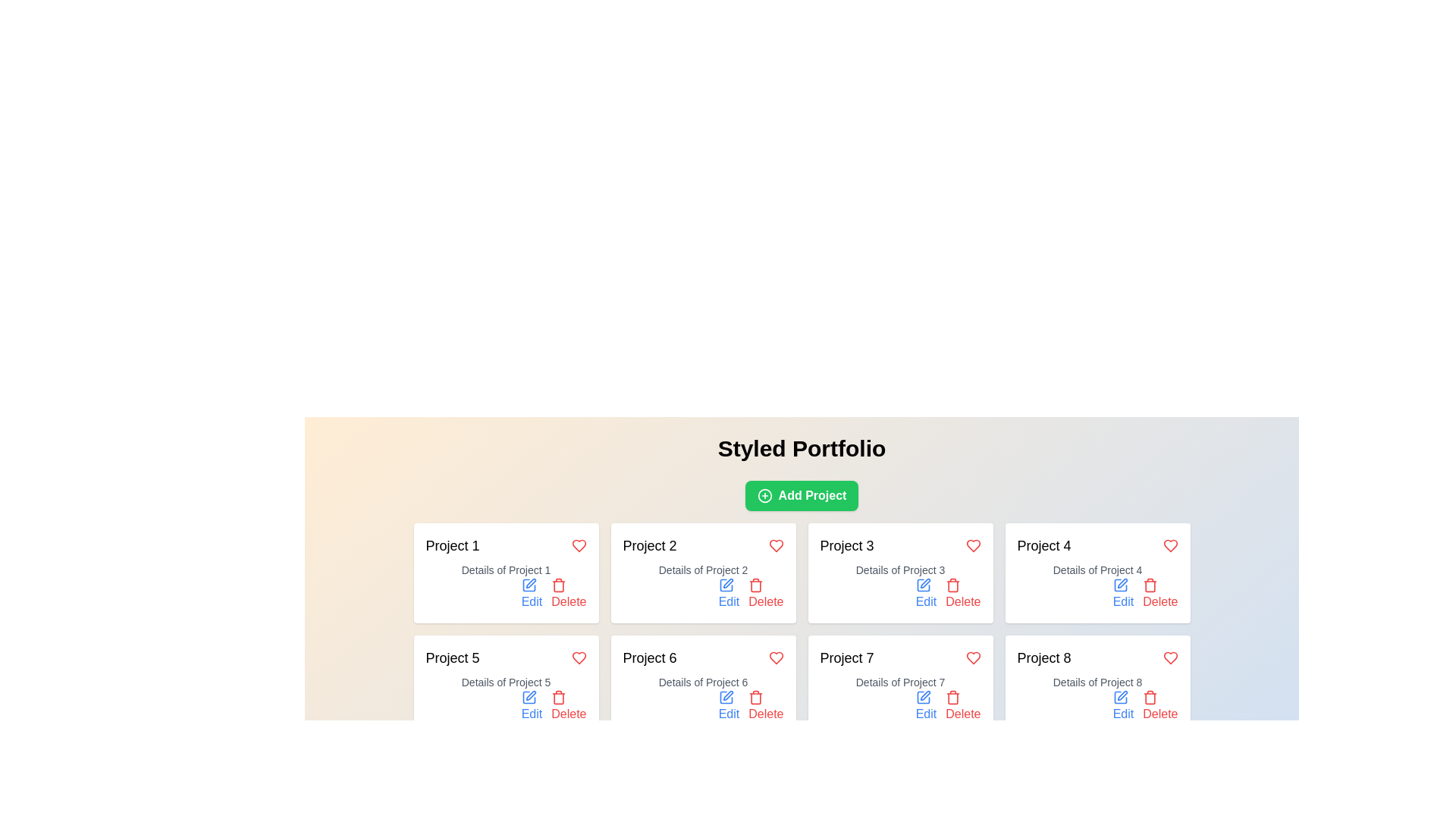  What do you see at coordinates (1159, 593) in the screenshot?
I see `the delete action trigger for 'Project 4', which is a button-like interactive text-link with an icon, located immediately to the right of the 'Edit' link` at bounding box center [1159, 593].